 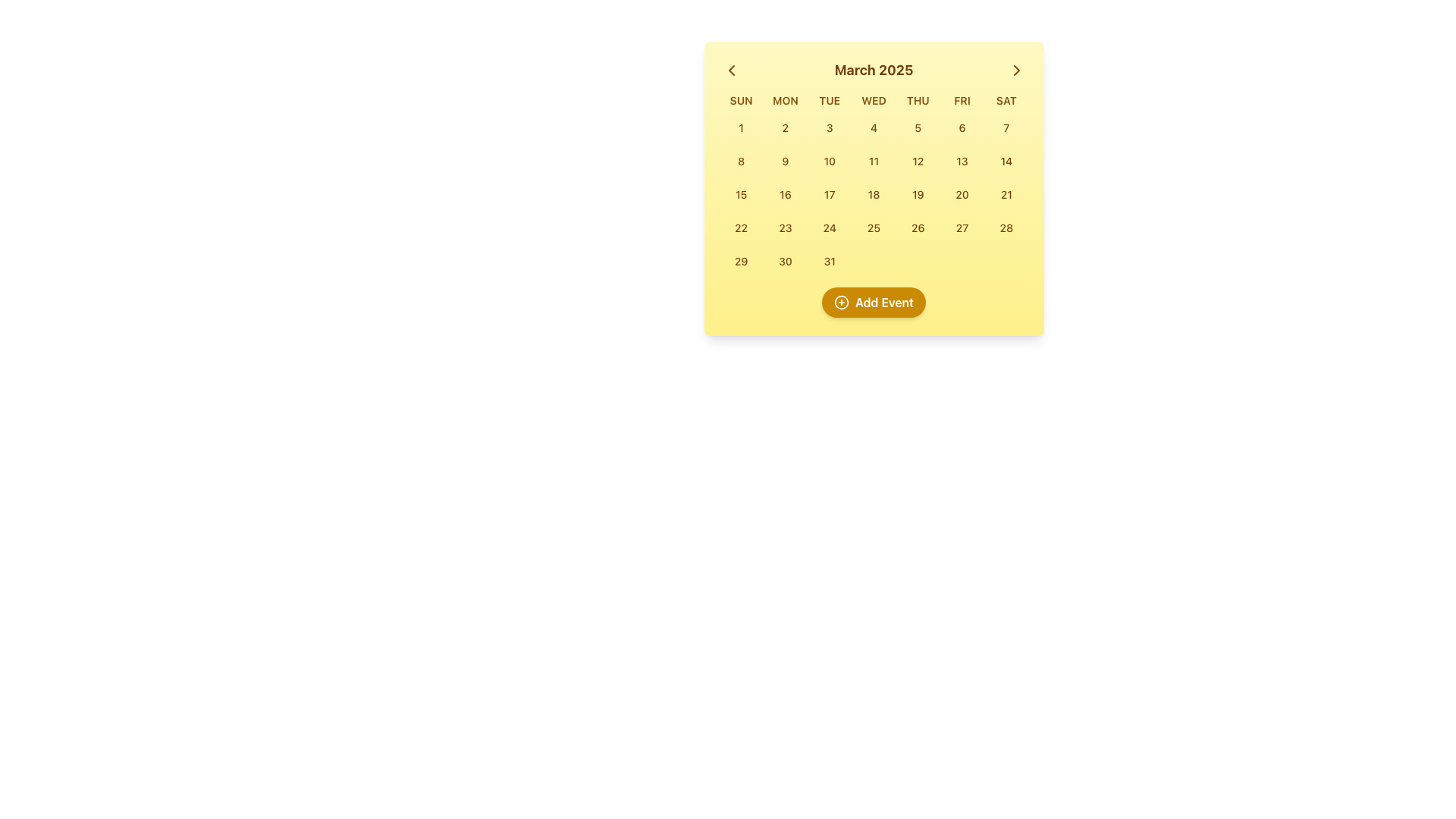 I want to click on the text label indicating 'MON', which is the second label in the sequence of days of the week in the calendar layout, so click(x=785, y=100).